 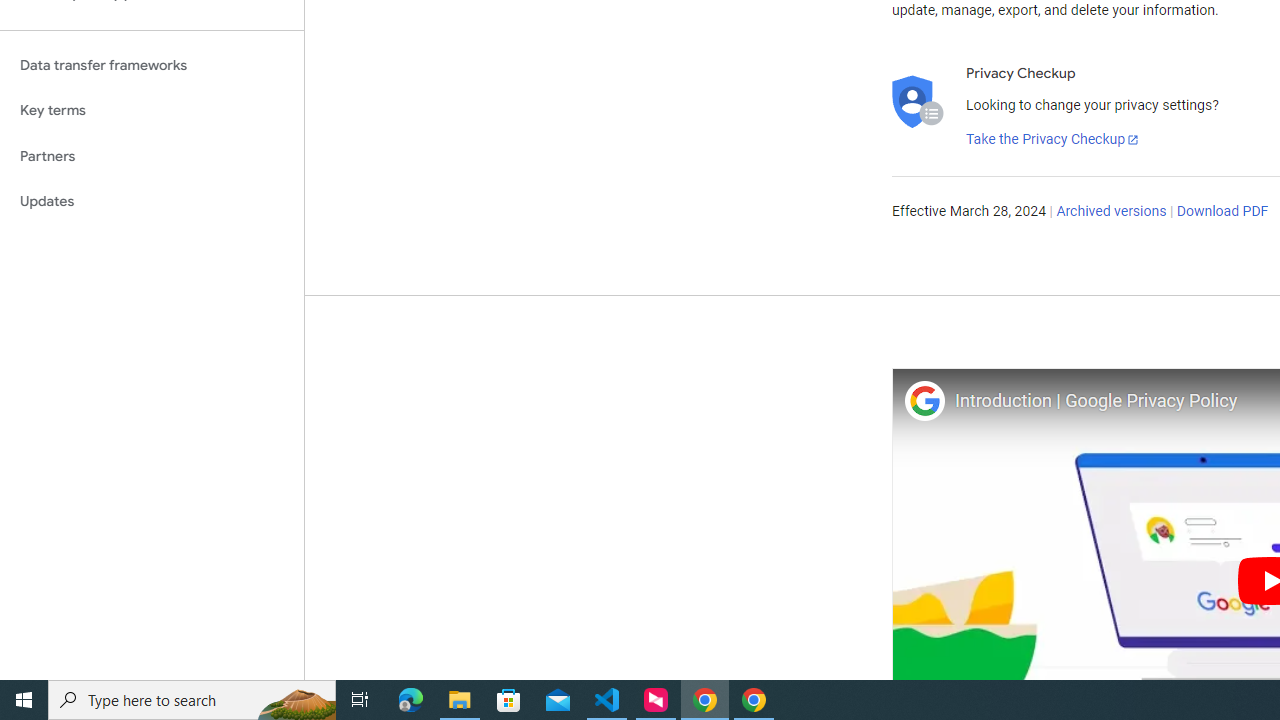 I want to click on 'Take the Privacy Checkup', so click(x=1052, y=139).